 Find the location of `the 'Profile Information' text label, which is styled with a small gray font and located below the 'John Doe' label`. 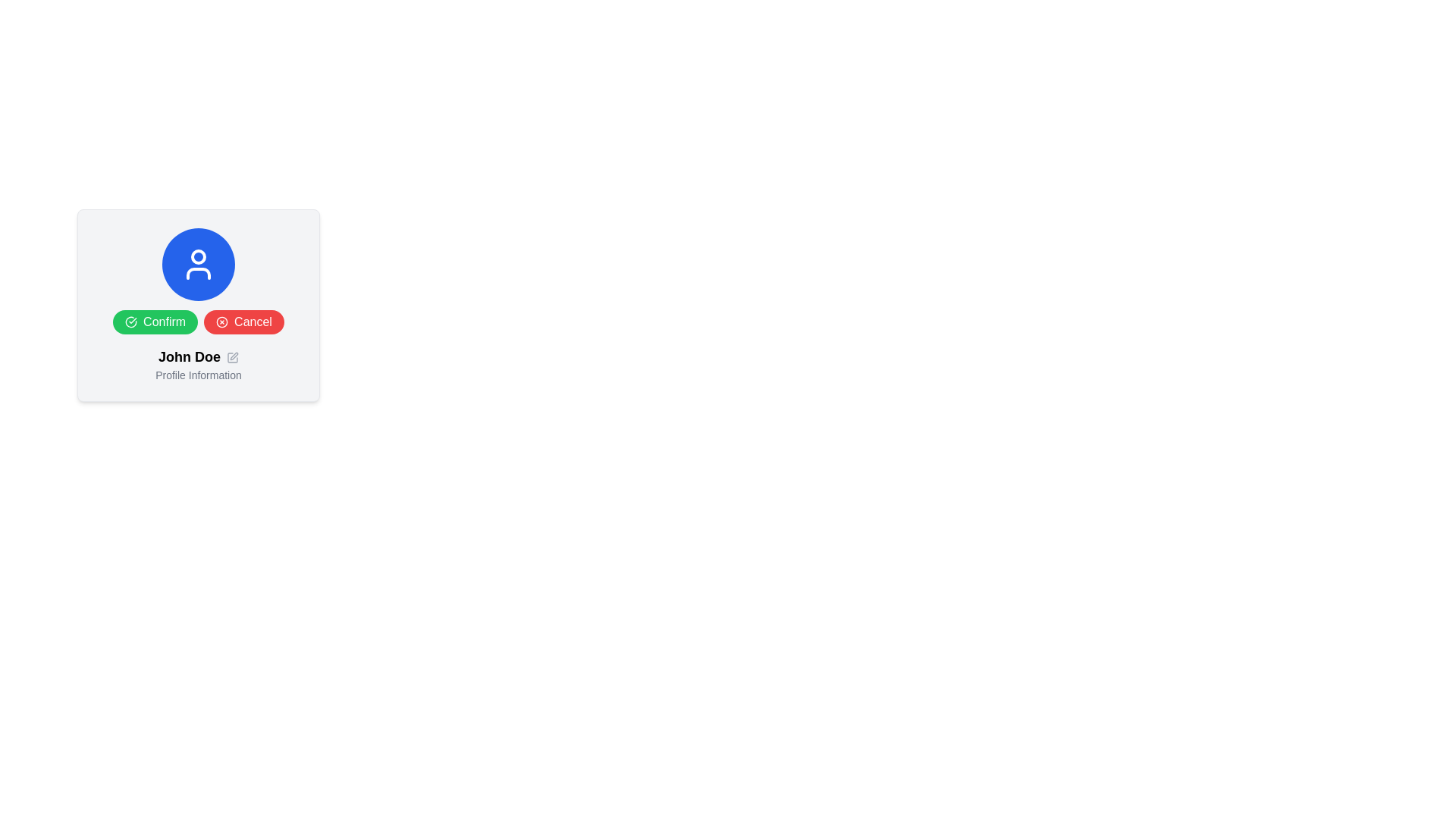

the 'Profile Information' text label, which is styled with a small gray font and located below the 'John Doe' label is located at coordinates (198, 375).